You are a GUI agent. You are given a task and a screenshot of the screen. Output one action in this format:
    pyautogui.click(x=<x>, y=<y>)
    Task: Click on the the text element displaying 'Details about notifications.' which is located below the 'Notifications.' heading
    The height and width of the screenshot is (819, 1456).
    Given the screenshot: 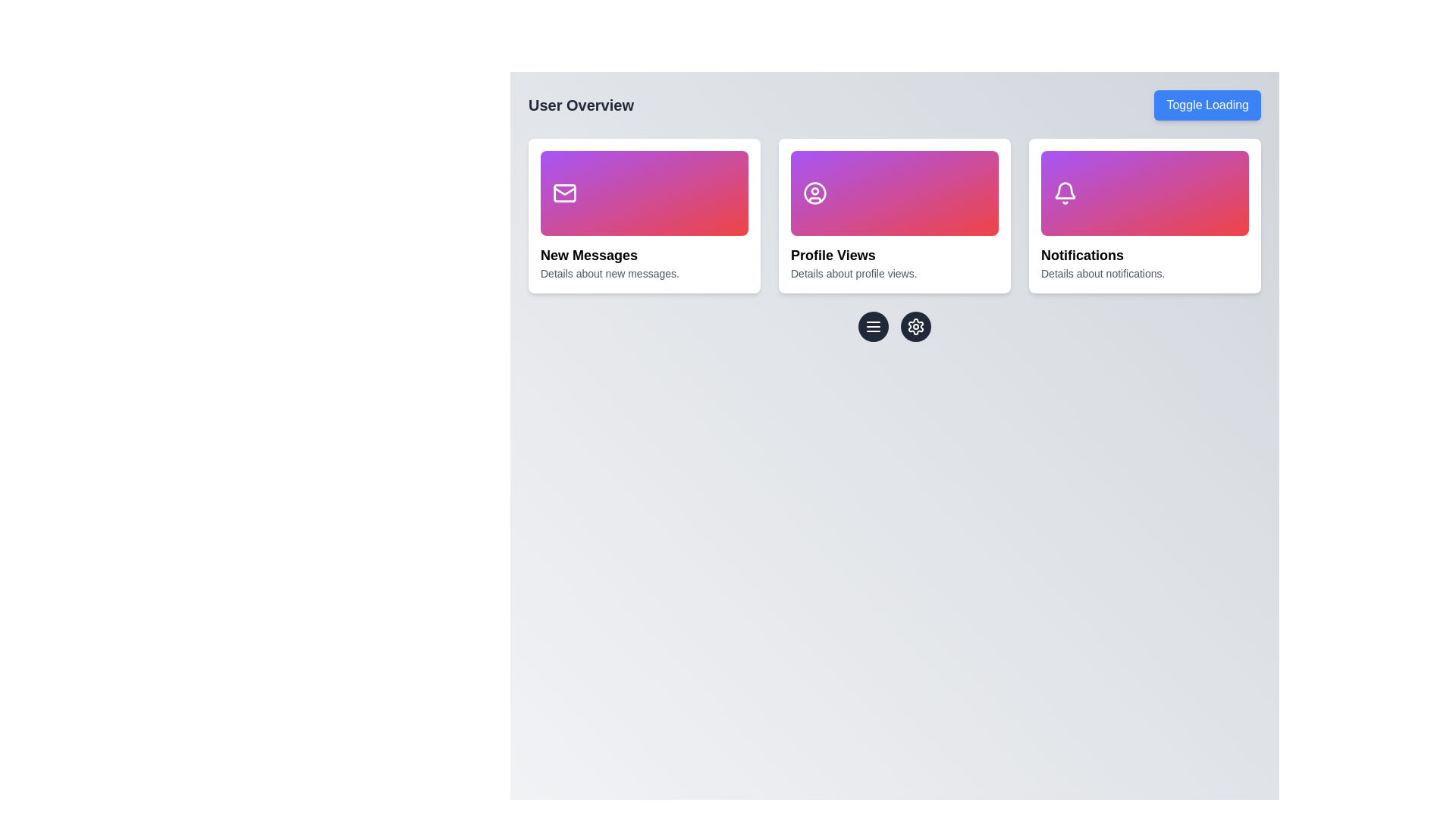 What is the action you would take?
    pyautogui.click(x=1103, y=274)
    